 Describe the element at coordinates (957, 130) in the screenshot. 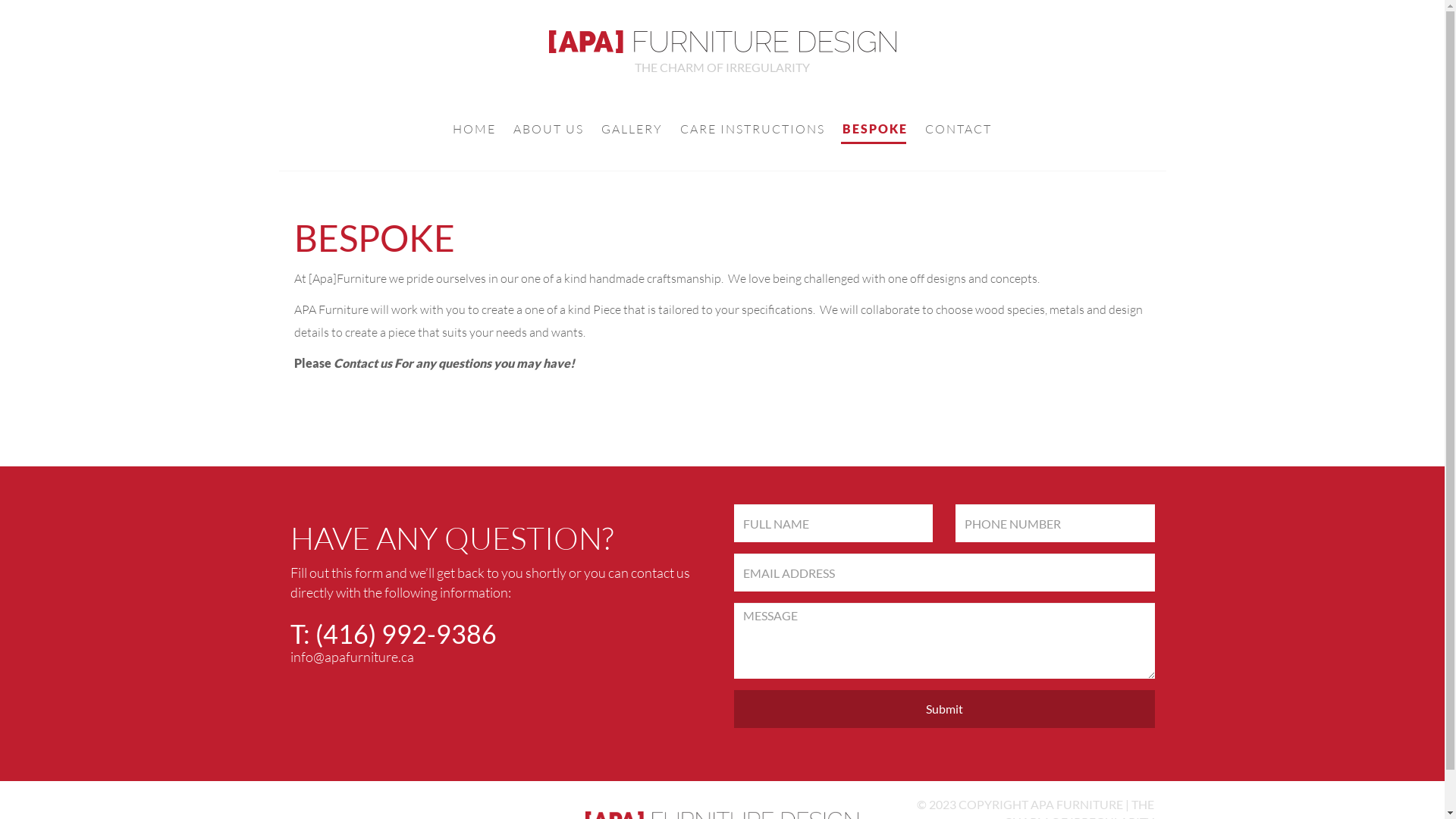

I see `'CONTACT'` at that location.